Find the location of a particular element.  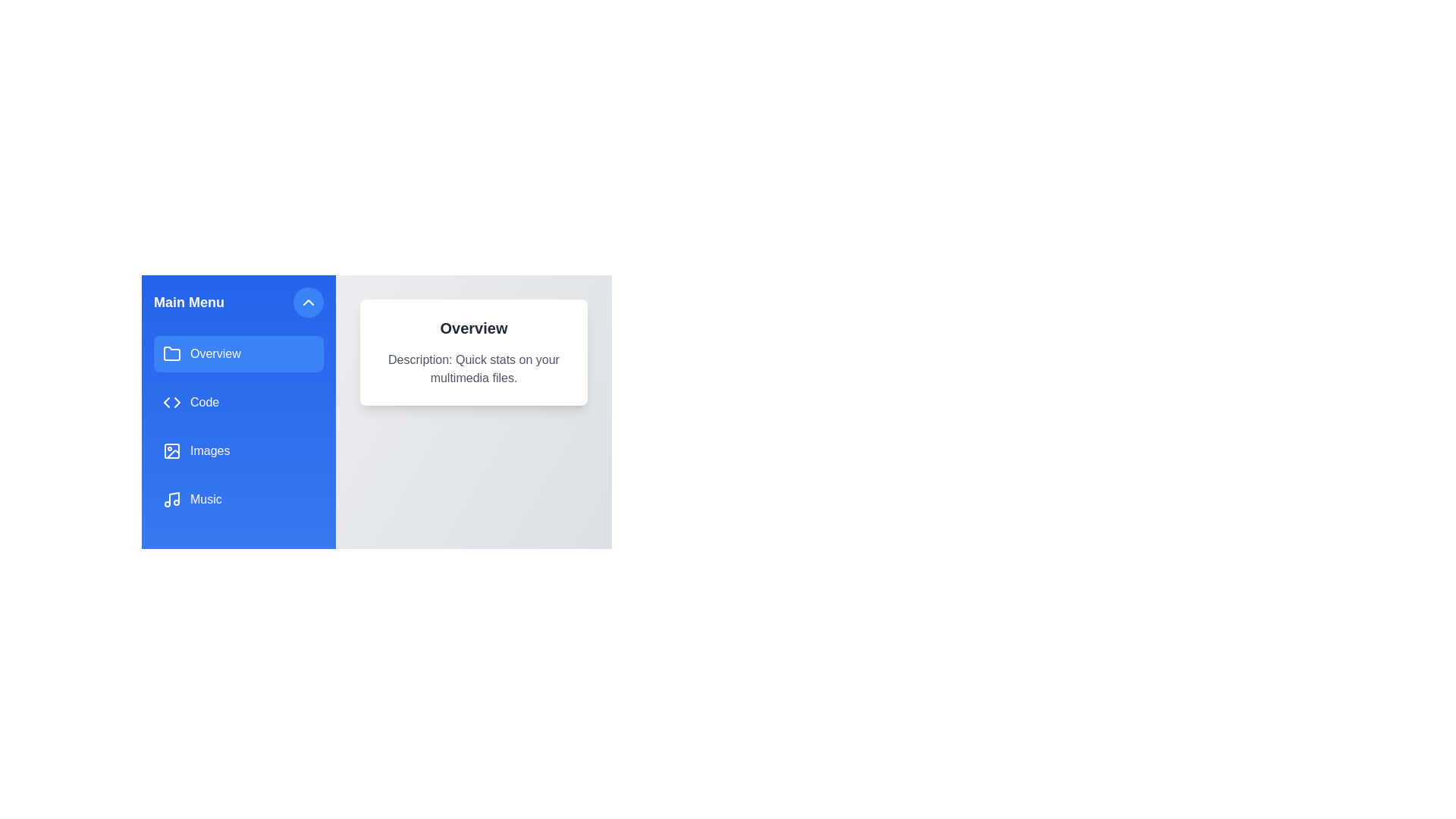

the 'Code' text label in the vertical navigation menu, which is styled with a medium-weight font and is positioned below the 'Overview' menu item and above the 'Images' menu item is located at coordinates (204, 402).